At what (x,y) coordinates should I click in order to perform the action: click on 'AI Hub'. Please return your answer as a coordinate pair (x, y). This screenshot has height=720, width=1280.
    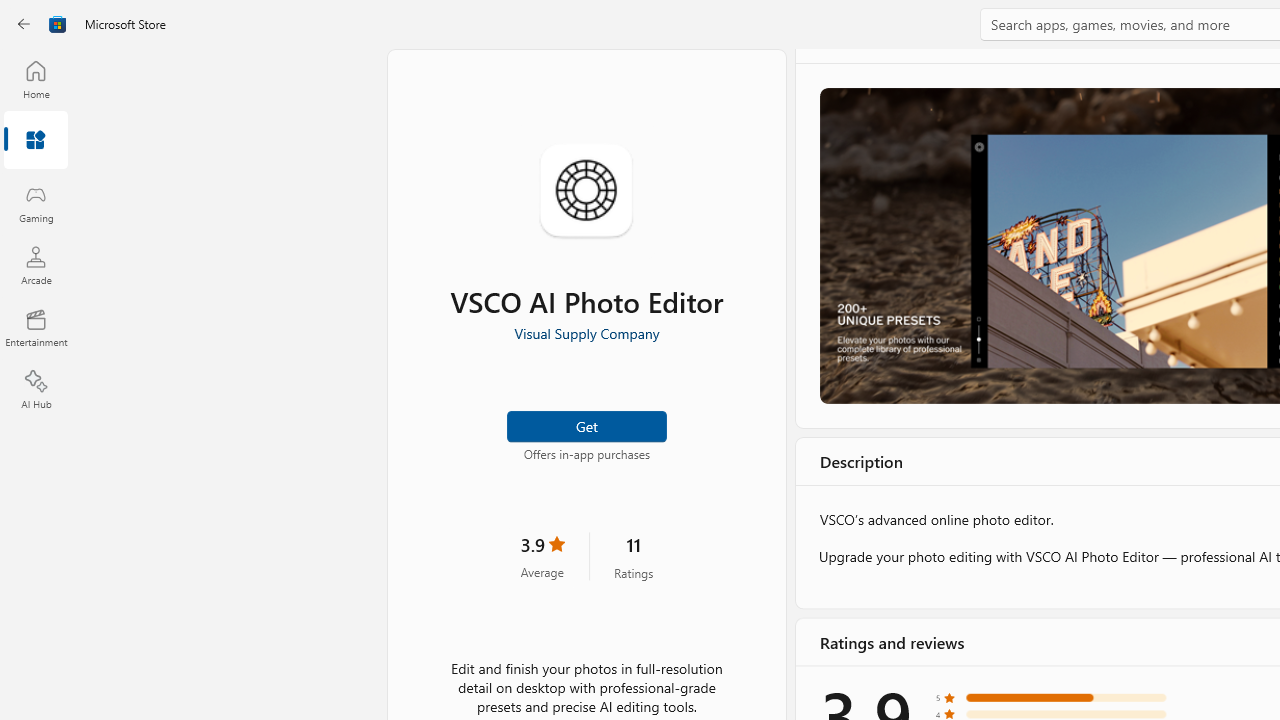
    Looking at the image, I should click on (35, 390).